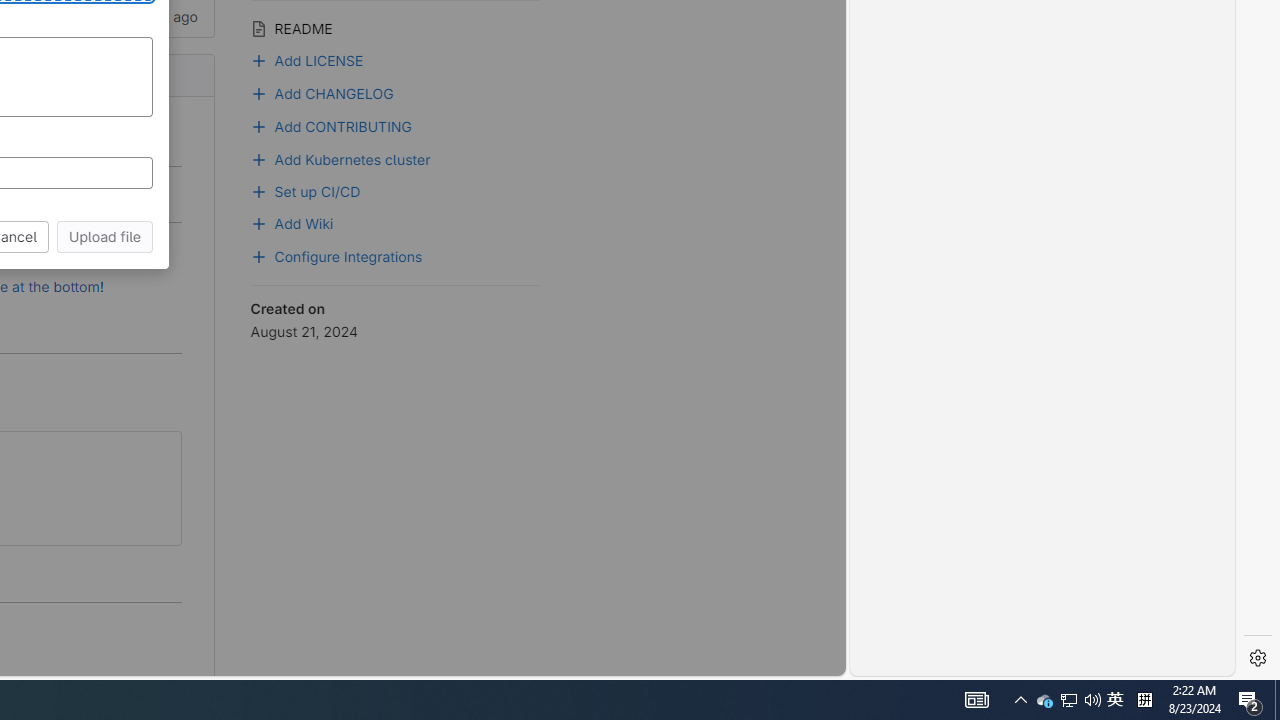  I want to click on 'Add Kubernetes cluster', so click(395, 157).